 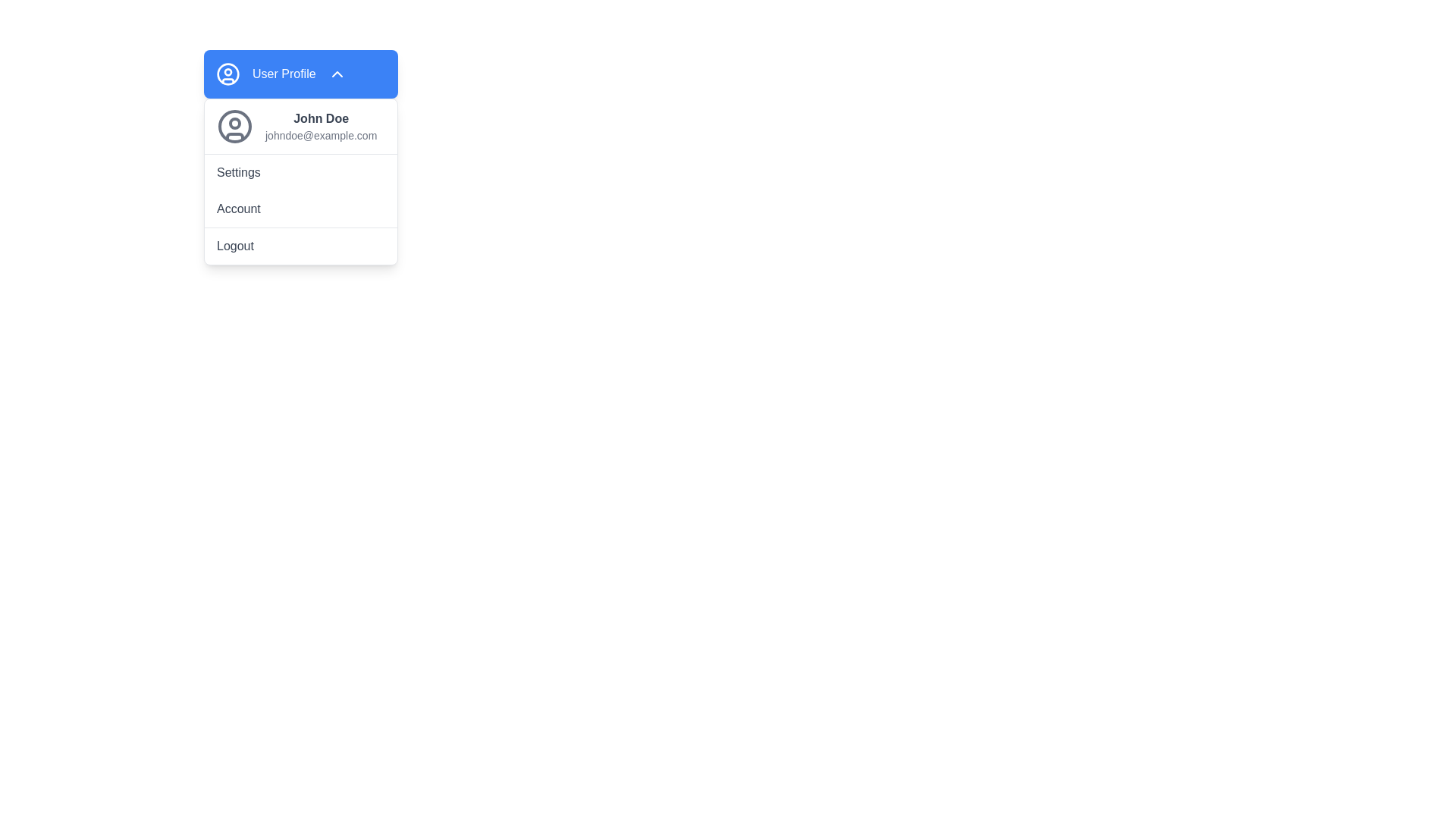 What do you see at coordinates (227, 74) in the screenshot?
I see `the outermost SVG circle that represents a user profile icon in the profile dropdown menu located at the top-left corner of the layout` at bounding box center [227, 74].